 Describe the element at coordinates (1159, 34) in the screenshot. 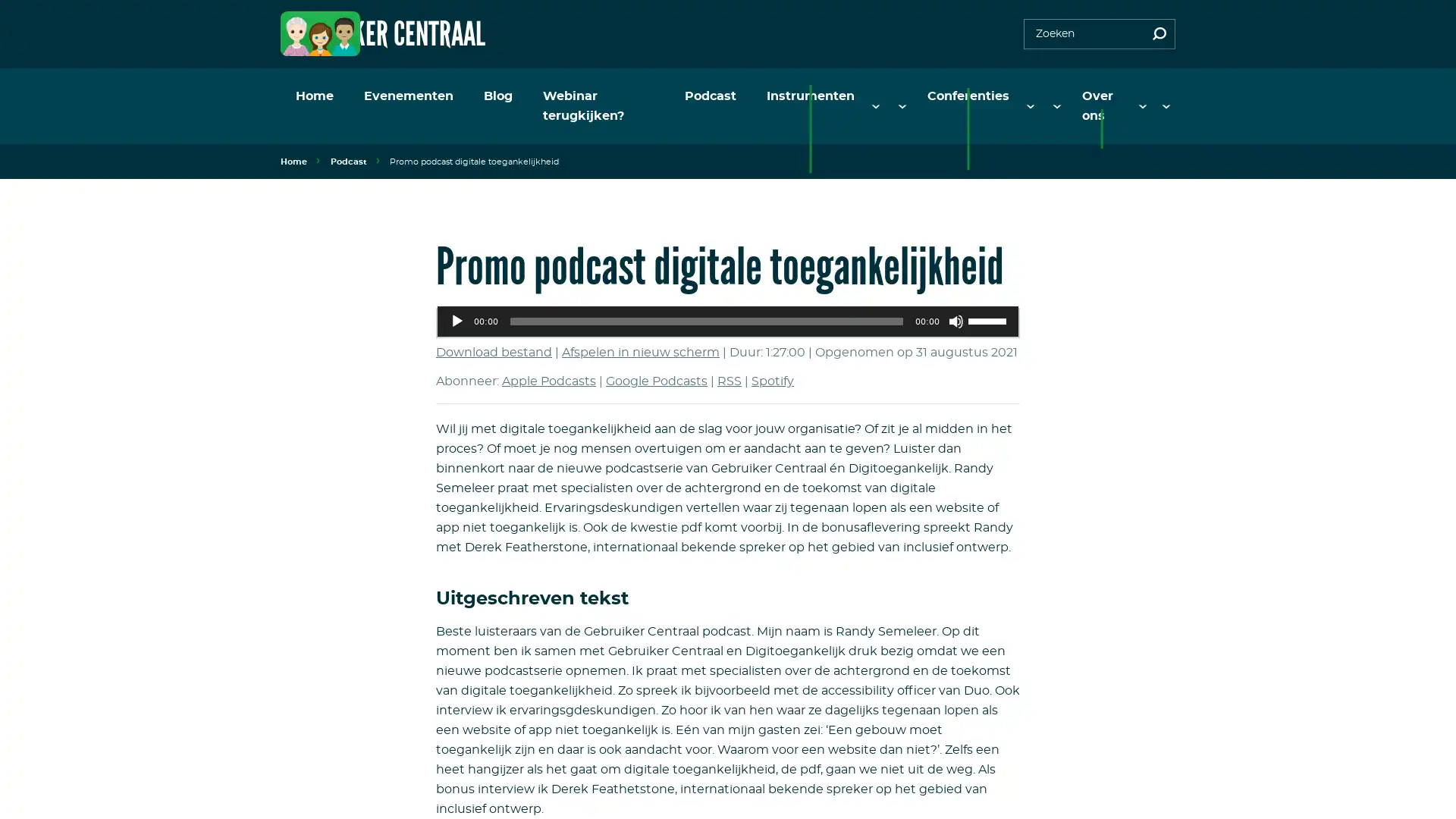

I see `Zoek` at that location.